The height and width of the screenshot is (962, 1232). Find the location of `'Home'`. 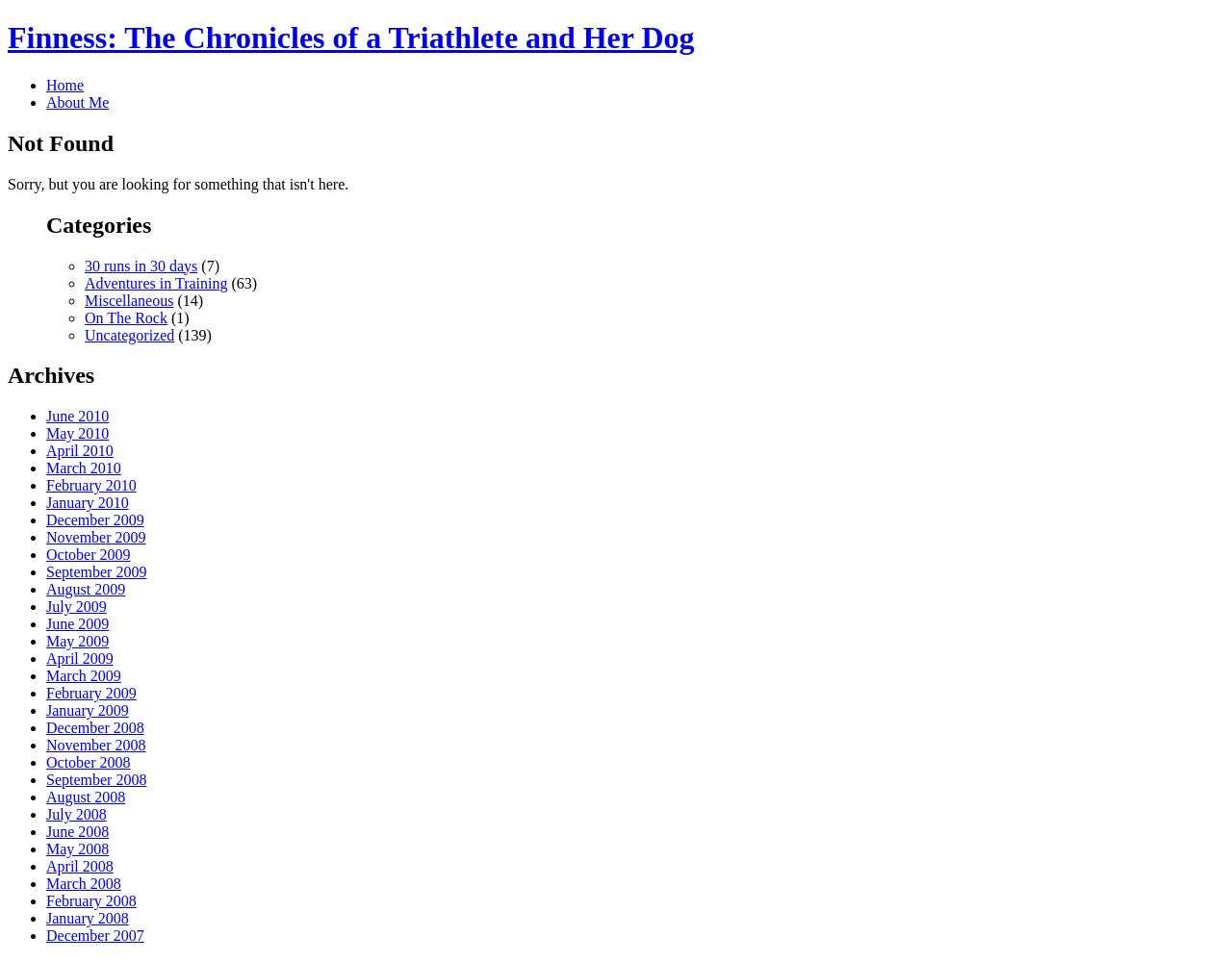

'Home' is located at coordinates (64, 83).